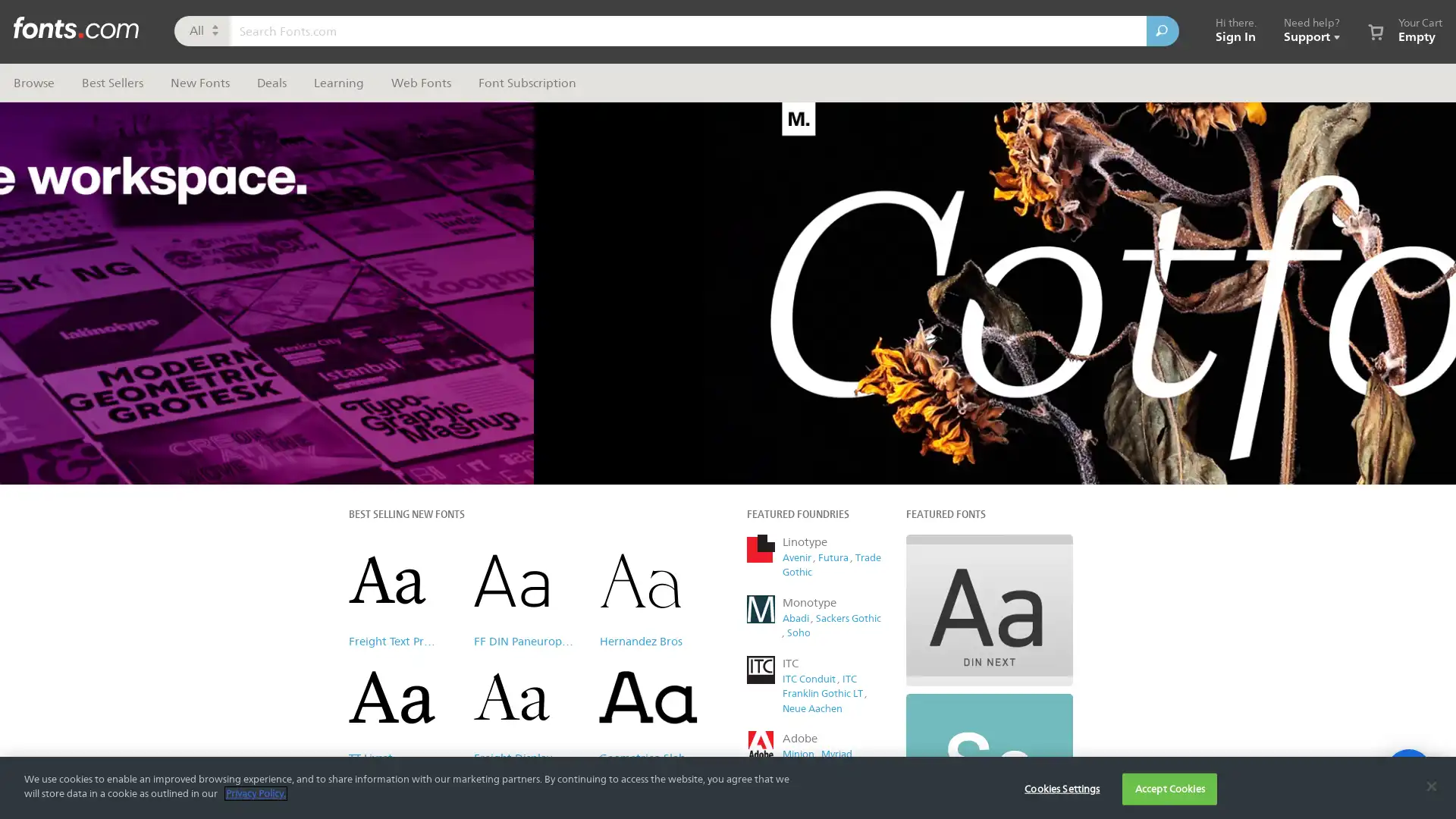  What do you see at coordinates (1169, 788) in the screenshot?
I see `Accept Cookies` at bounding box center [1169, 788].